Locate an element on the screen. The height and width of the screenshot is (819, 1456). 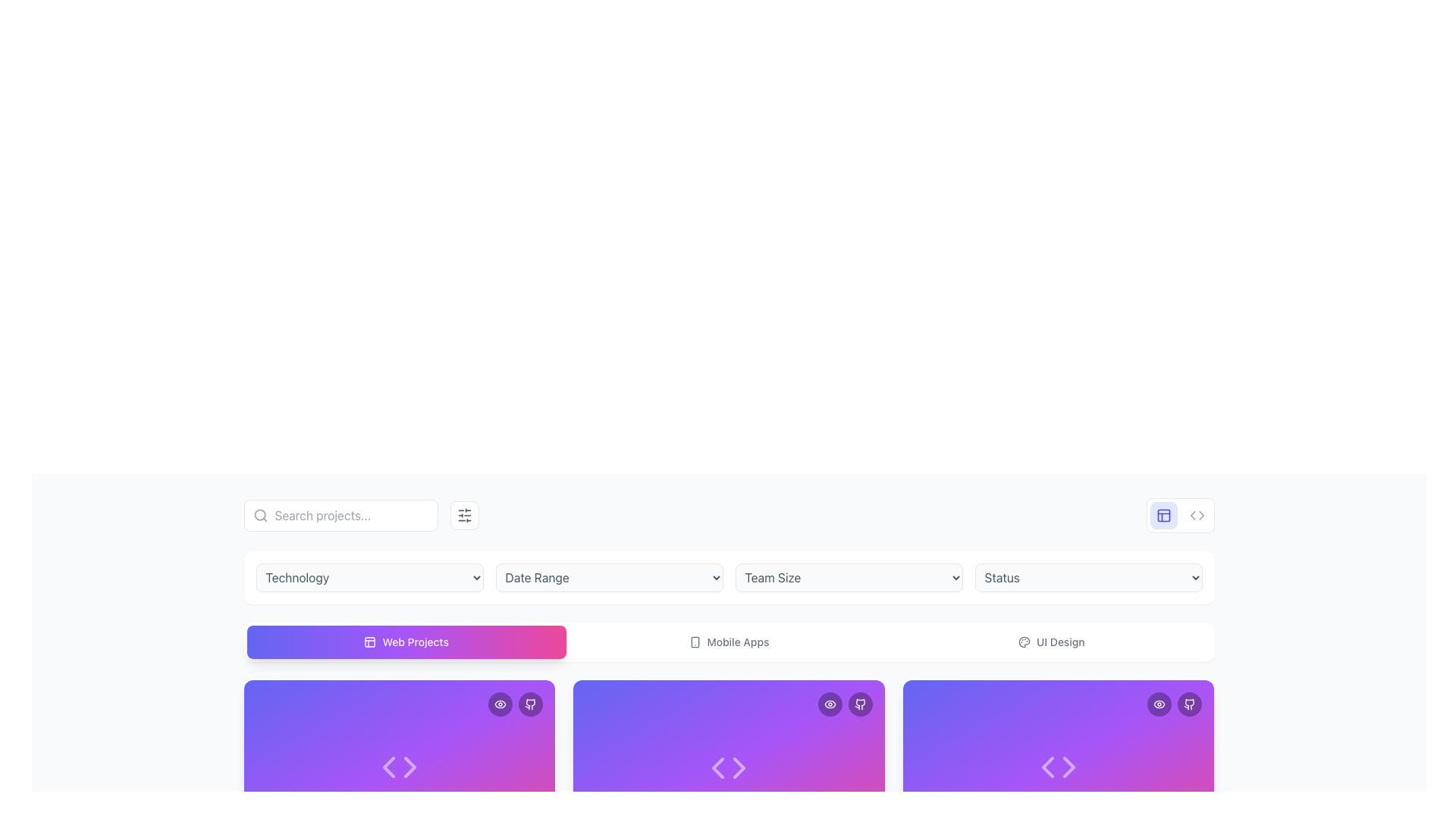
the graphical icon representing a code-related action, which is a minimalist design with two triangular arrows pointing outward, for interface rearrangement is located at coordinates (1058, 767).